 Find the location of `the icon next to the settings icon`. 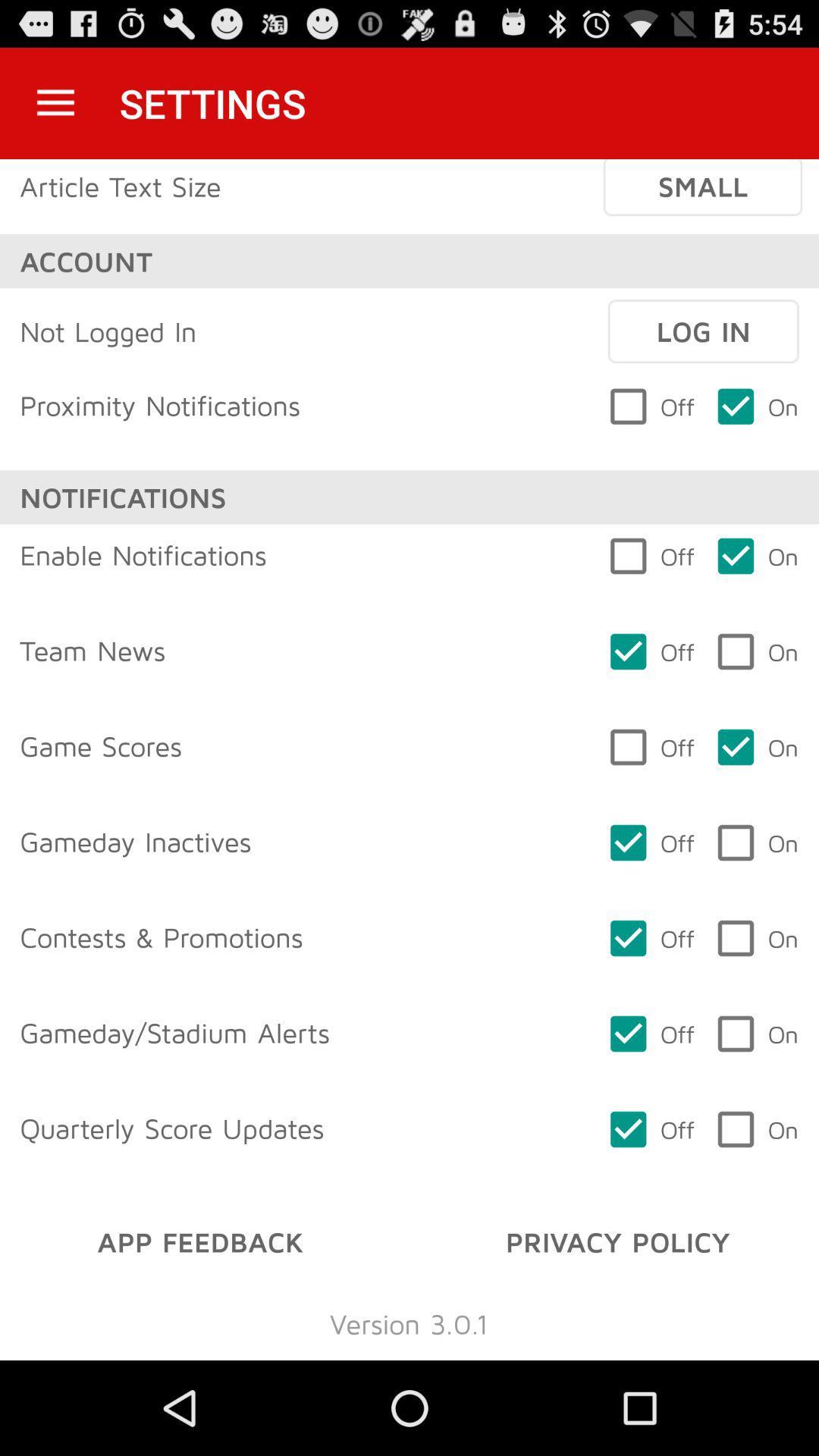

the icon next to the settings icon is located at coordinates (55, 102).